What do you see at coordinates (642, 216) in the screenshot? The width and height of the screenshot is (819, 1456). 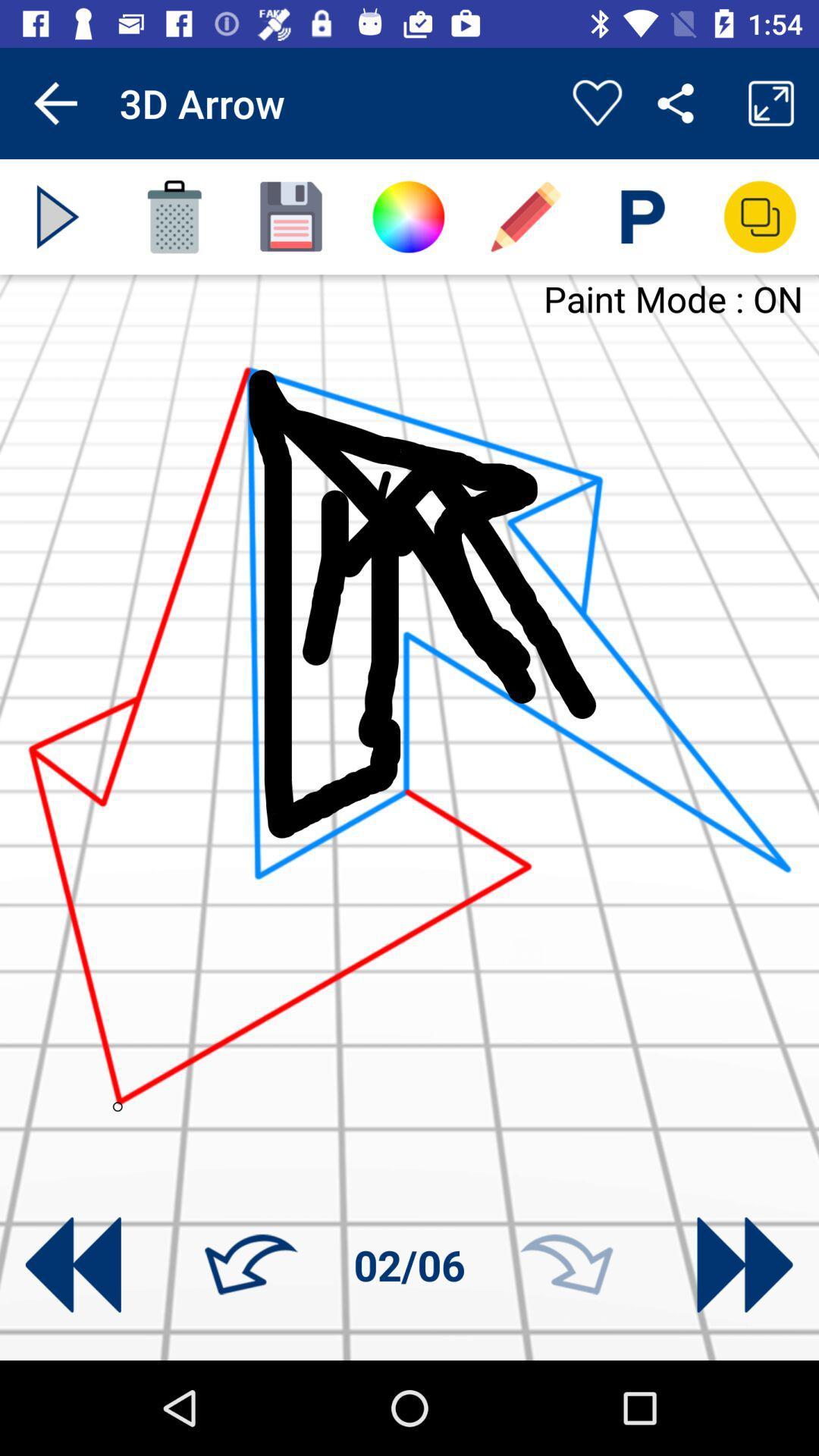 I see `write text` at bounding box center [642, 216].